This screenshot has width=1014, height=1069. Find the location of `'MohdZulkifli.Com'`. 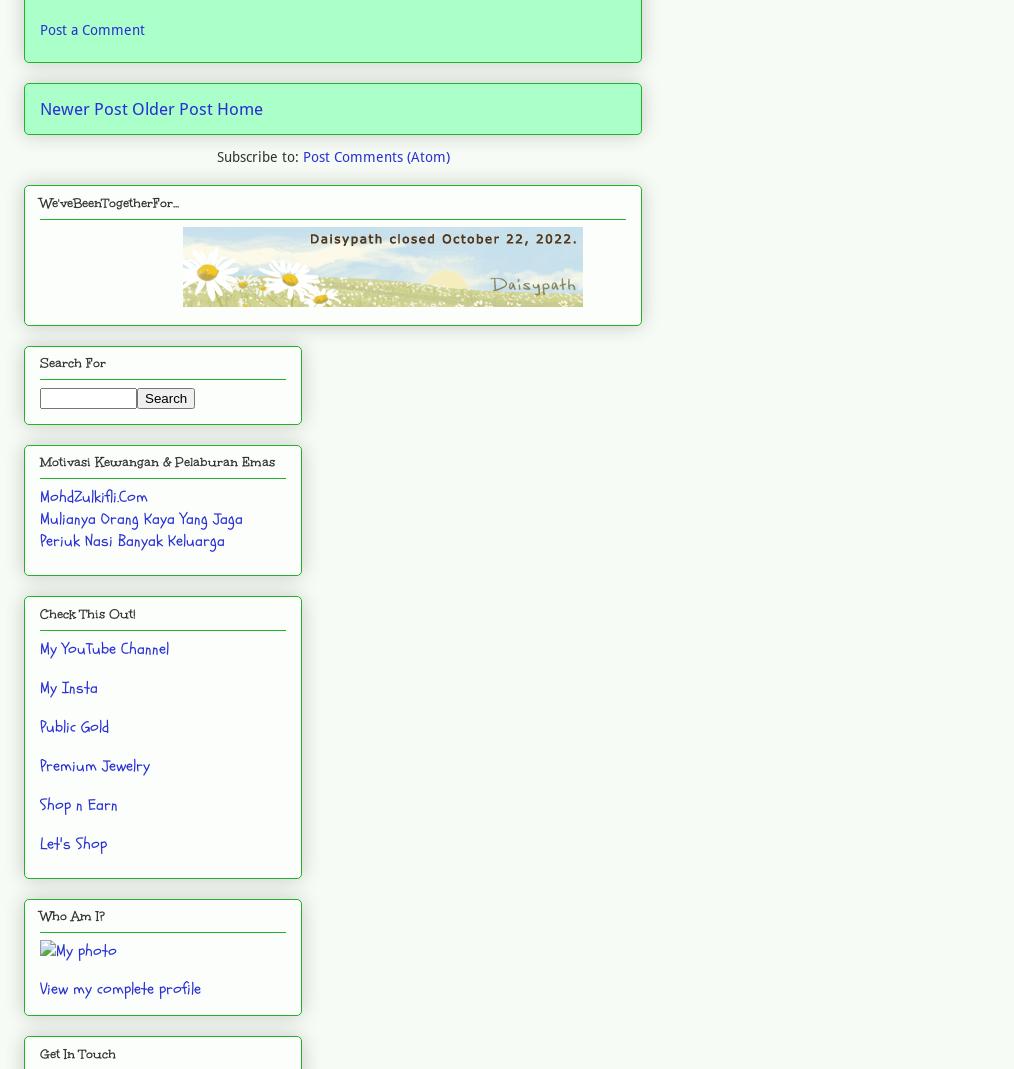

'MohdZulkifli.Com' is located at coordinates (93, 495).